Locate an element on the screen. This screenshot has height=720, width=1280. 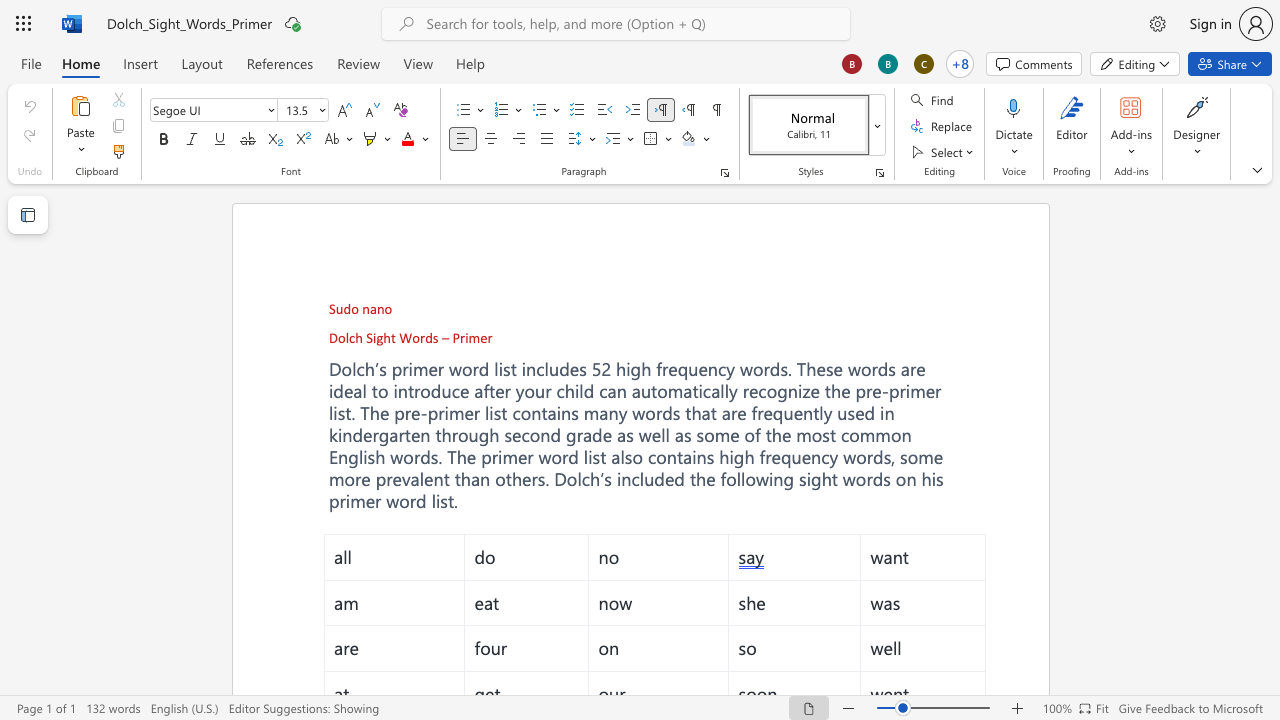
the space between the continuous character "d" and "s" in the text is located at coordinates (431, 336).